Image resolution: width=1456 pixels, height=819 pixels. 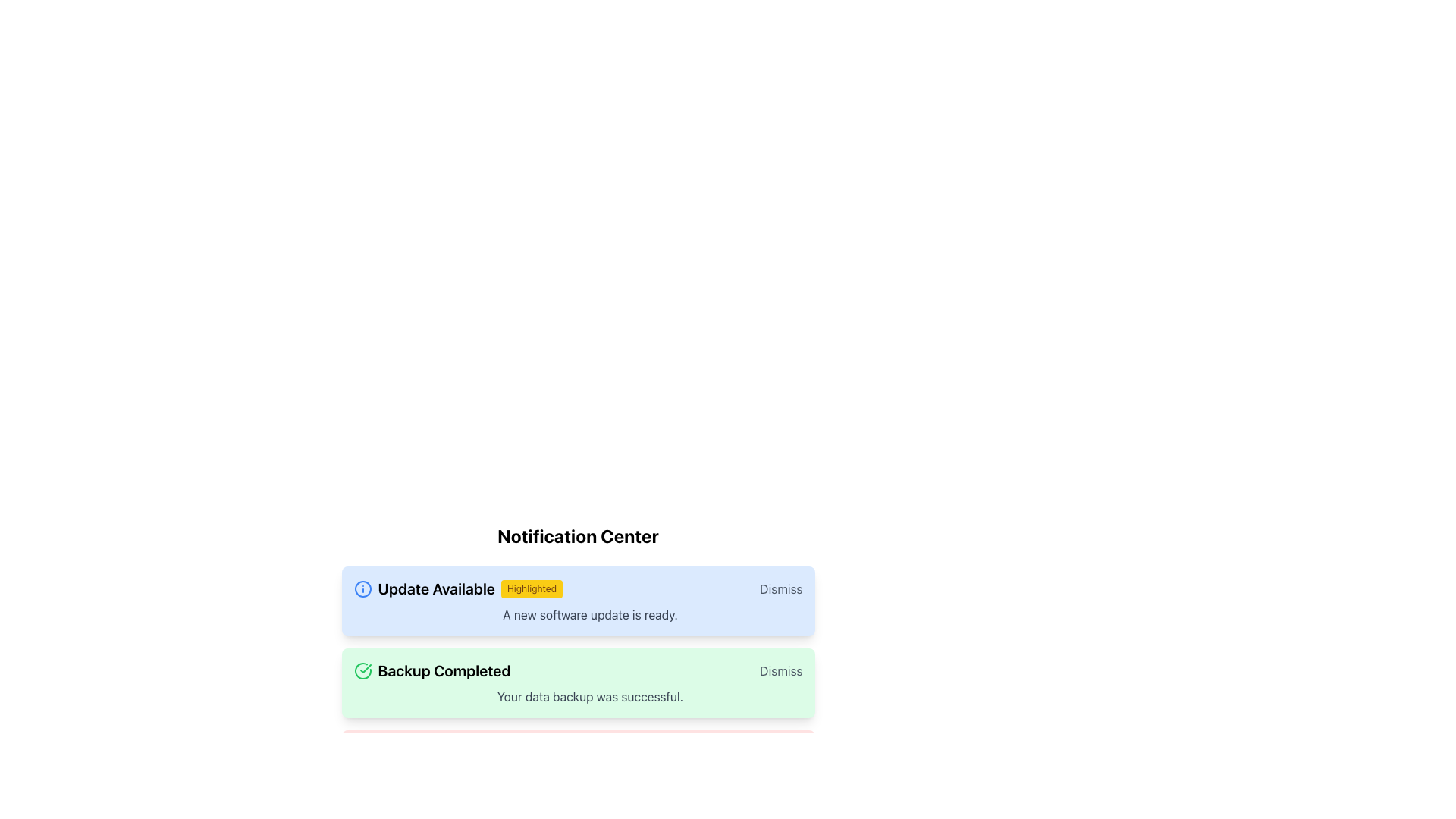 What do you see at coordinates (457, 588) in the screenshot?
I see `details of the 'Update Available' notification banner, which includes an info icon, bold text, and a yellow 'Highlighted' label, located in the Notification Center` at bounding box center [457, 588].